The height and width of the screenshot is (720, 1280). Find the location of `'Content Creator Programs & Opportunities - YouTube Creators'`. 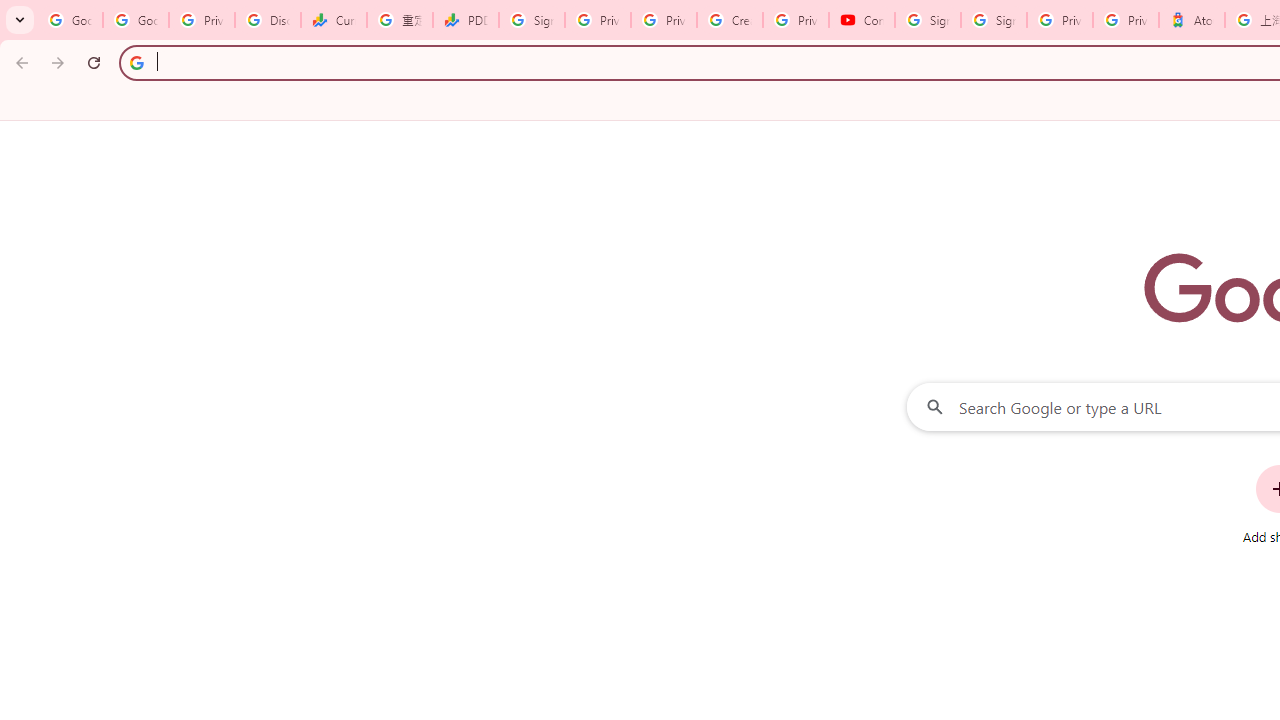

'Content Creator Programs & Opportunities - YouTube Creators' is located at coordinates (862, 20).